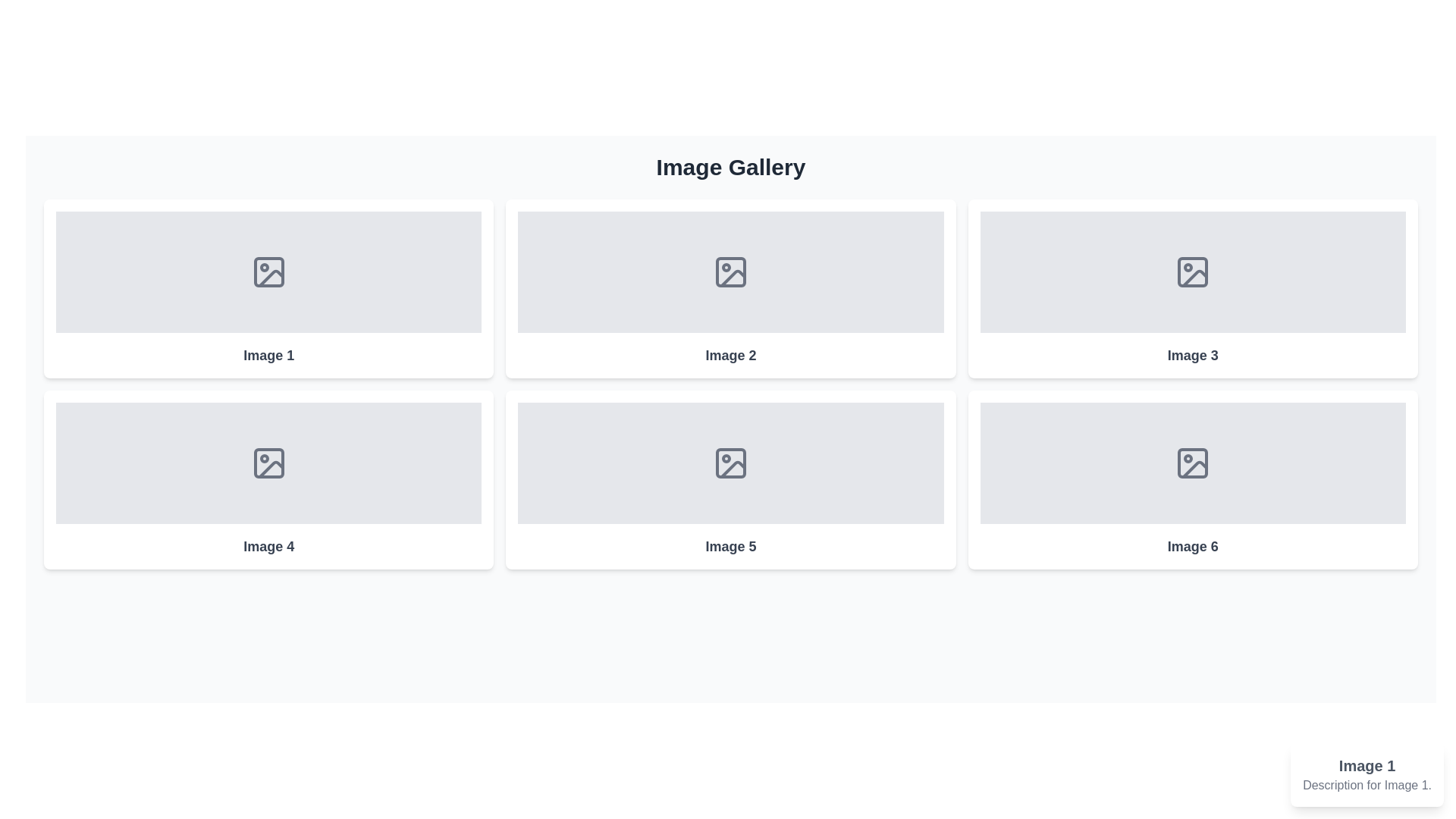 This screenshot has height=819, width=1456. What do you see at coordinates (268, 271) in the screenshot?
I see `the Image Placeholder labeled 'Image 1' located in the first row, column one of the gallery grid` at bounding box center [268, 271].